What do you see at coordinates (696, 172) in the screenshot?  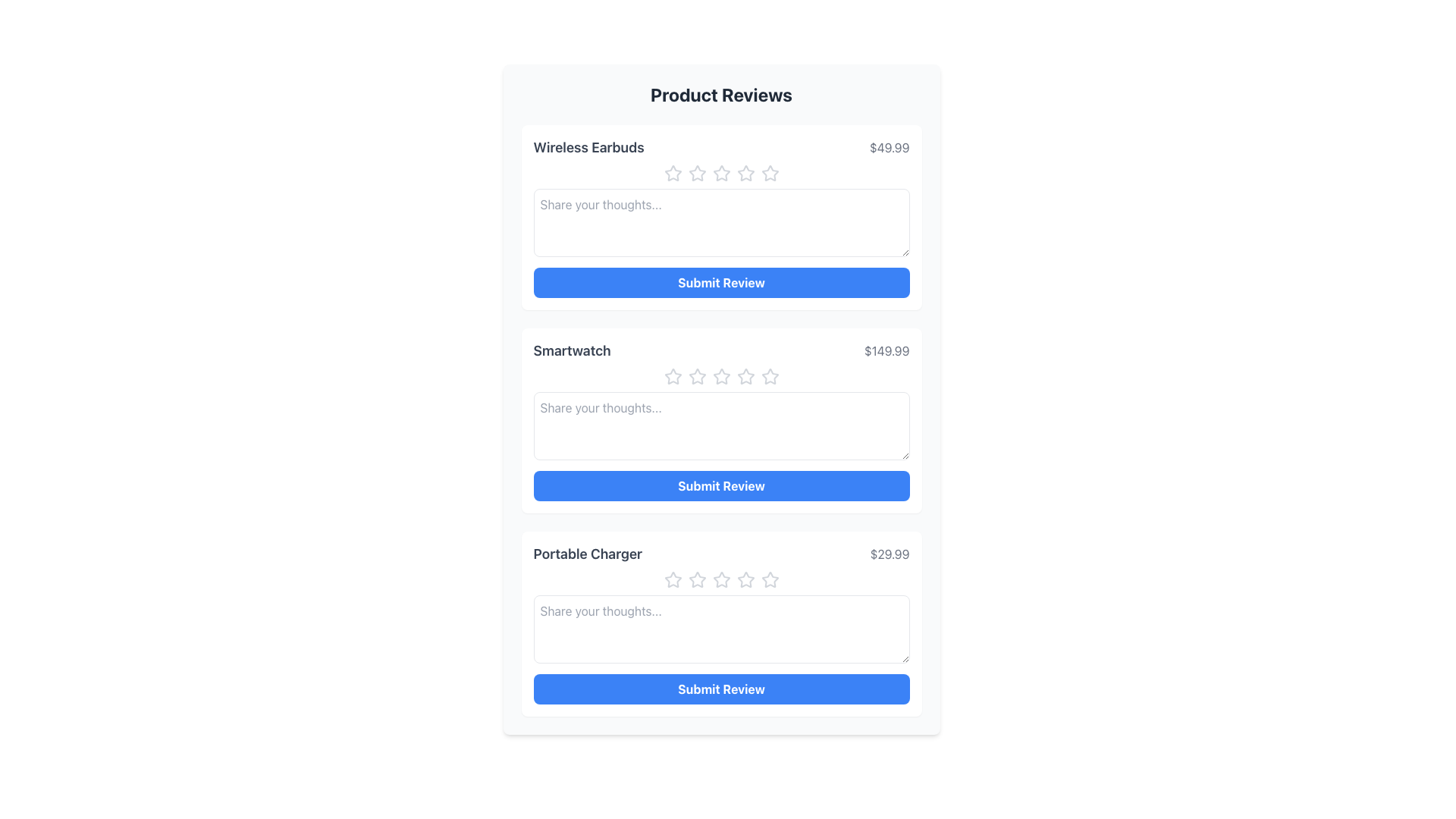 I see `the second rating star icon in the rating section of the 'Wireless Earbuds' product review form` at bounding box center [696, 172].